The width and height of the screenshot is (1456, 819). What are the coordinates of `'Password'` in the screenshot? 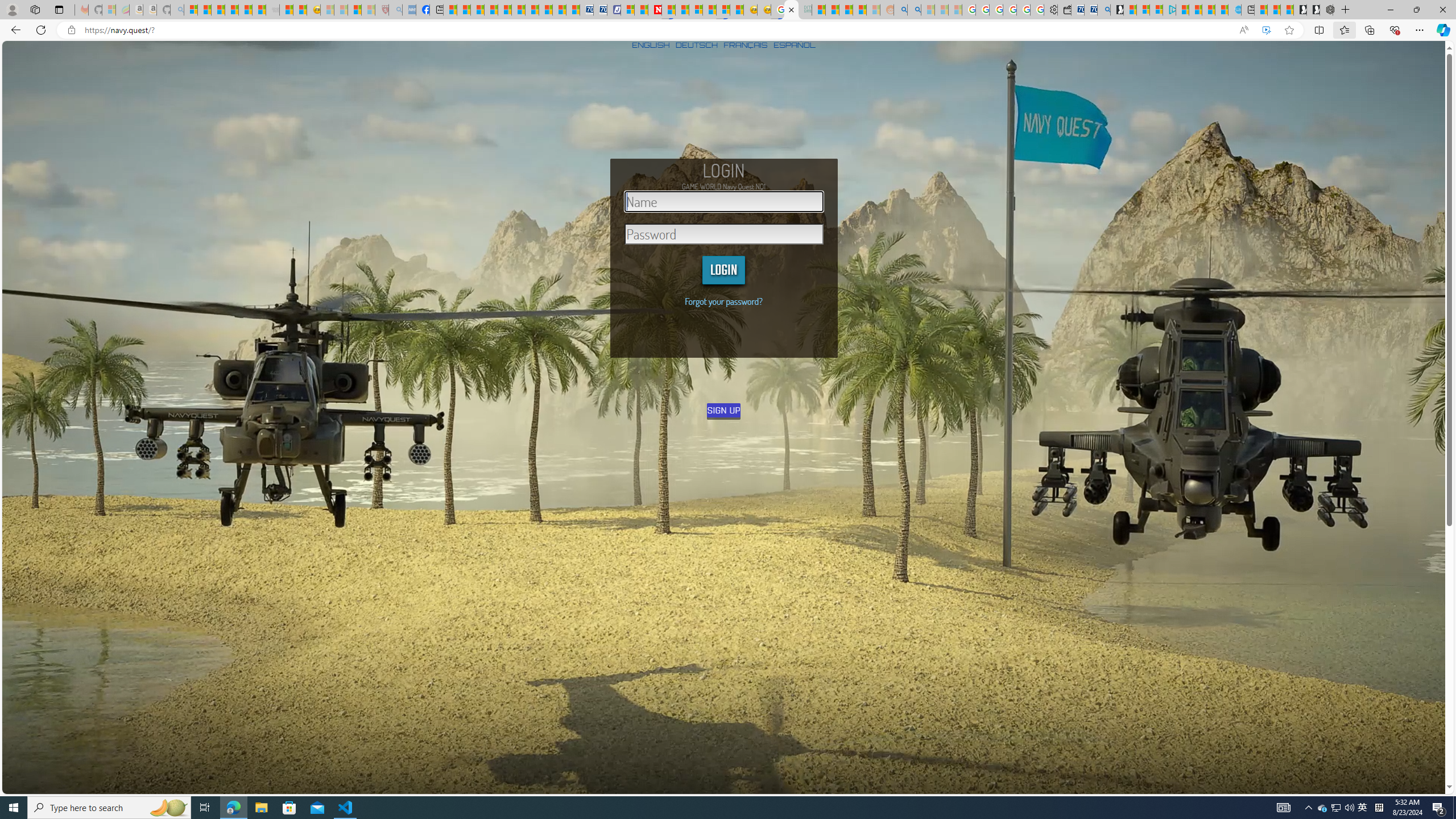 It's located at (723, 233).